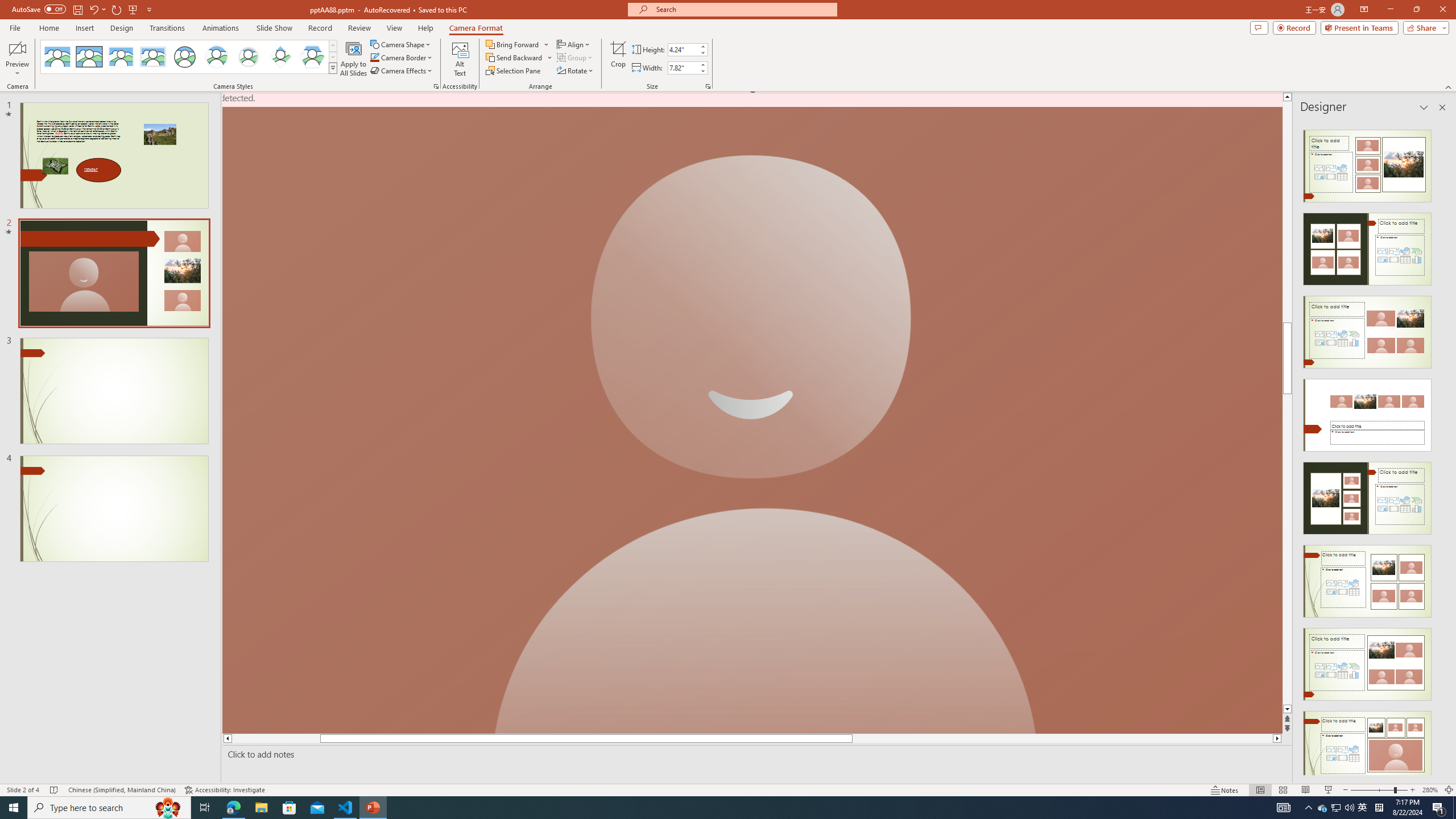 This screenshot has width=1456, height=819. I want to click on 'Recommended Design: Design Idea', so click(1366, 162).